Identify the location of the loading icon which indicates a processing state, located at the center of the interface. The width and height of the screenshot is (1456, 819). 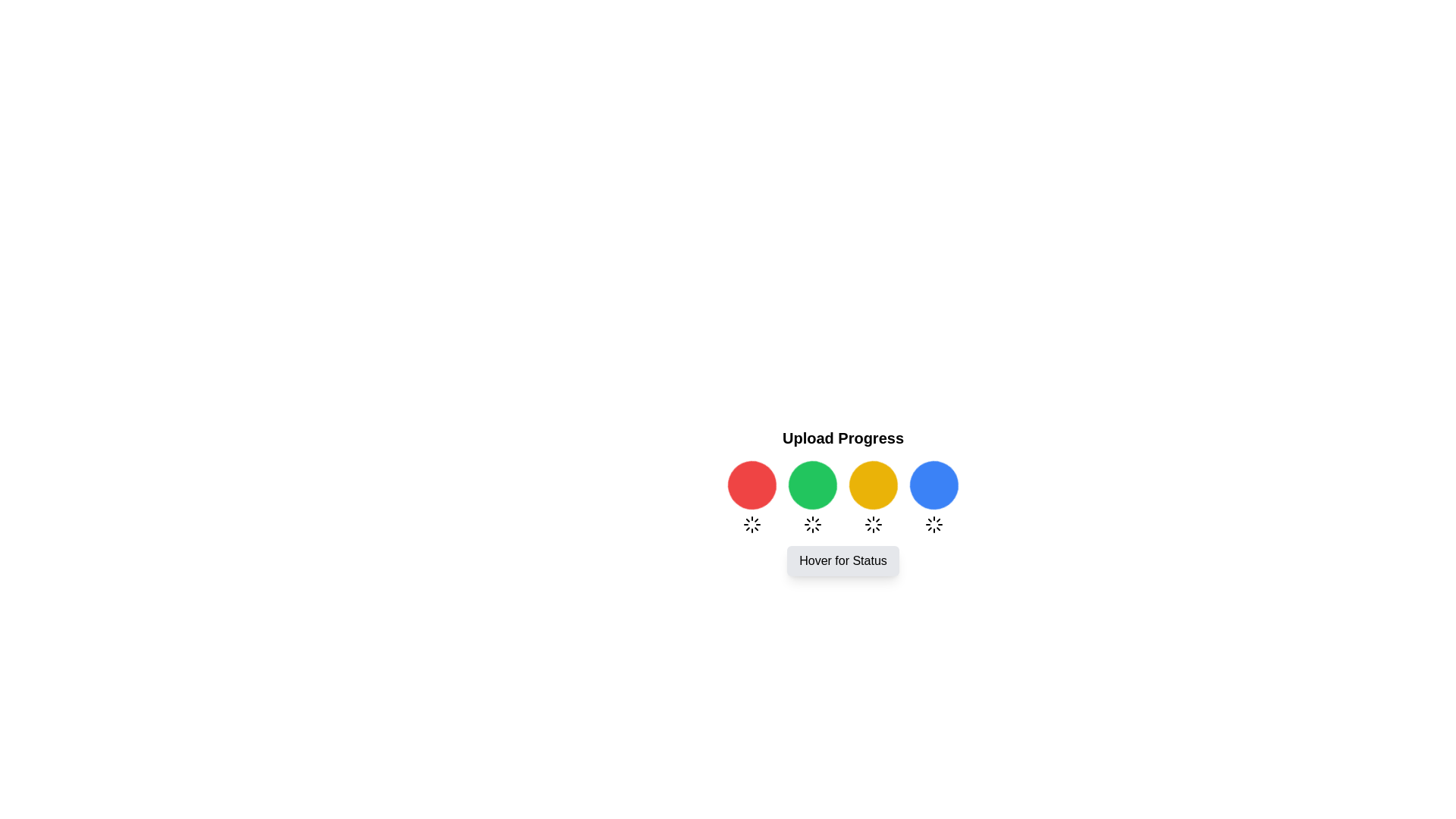
(874, 523).